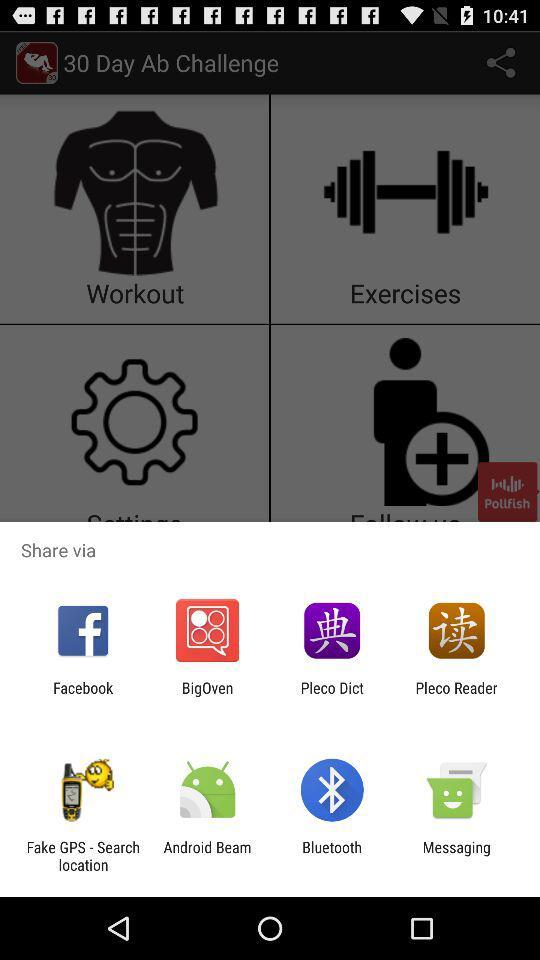 This screenshot has width=540, height=960. Describe the element at coordinates (82, 696) in the screenshot. I see `the app to the left of bigoven` at that location.